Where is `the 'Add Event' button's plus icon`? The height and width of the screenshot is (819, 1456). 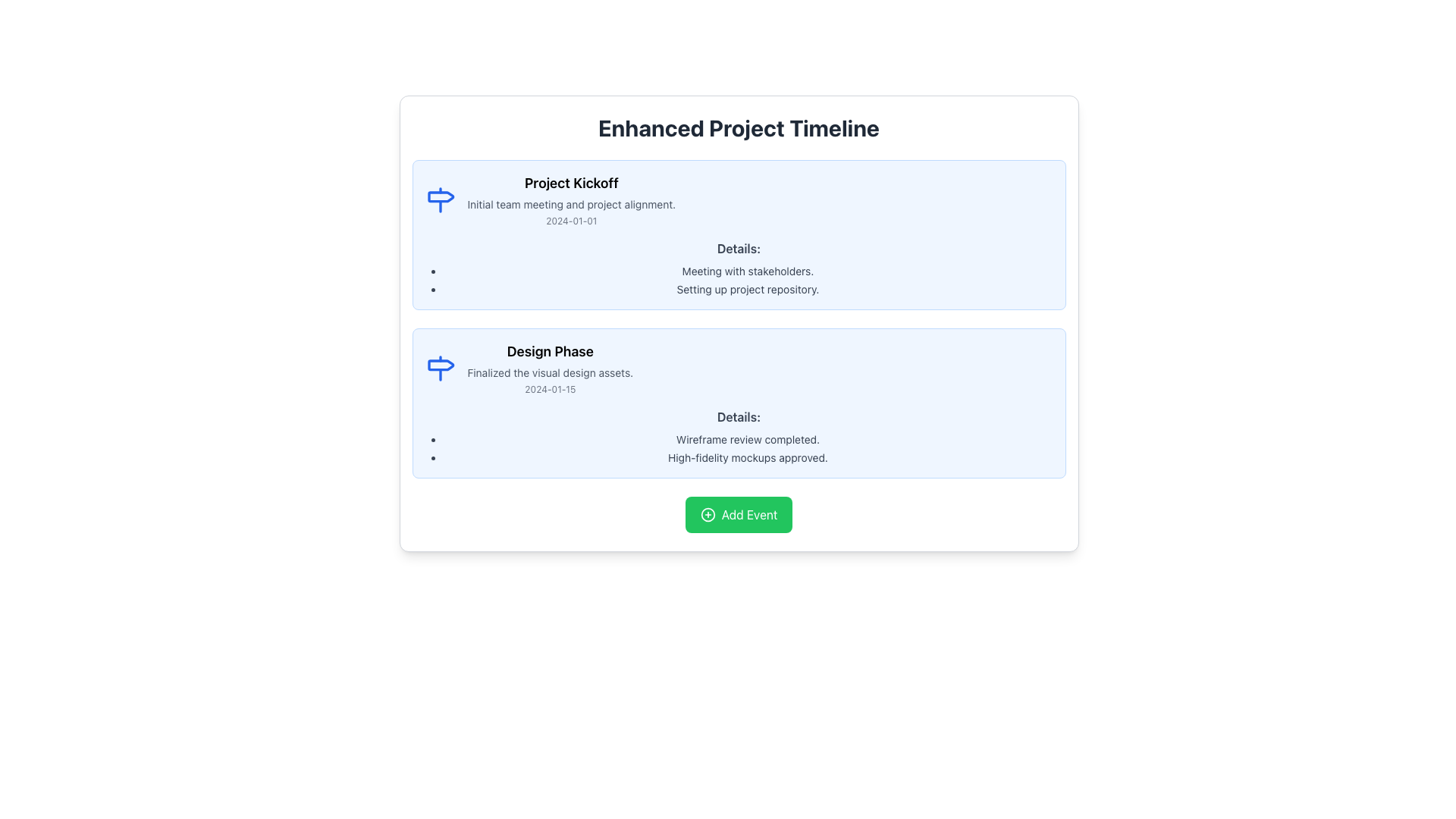
the 'Add Event' button's plus icon is located at coordinates (707, 513).